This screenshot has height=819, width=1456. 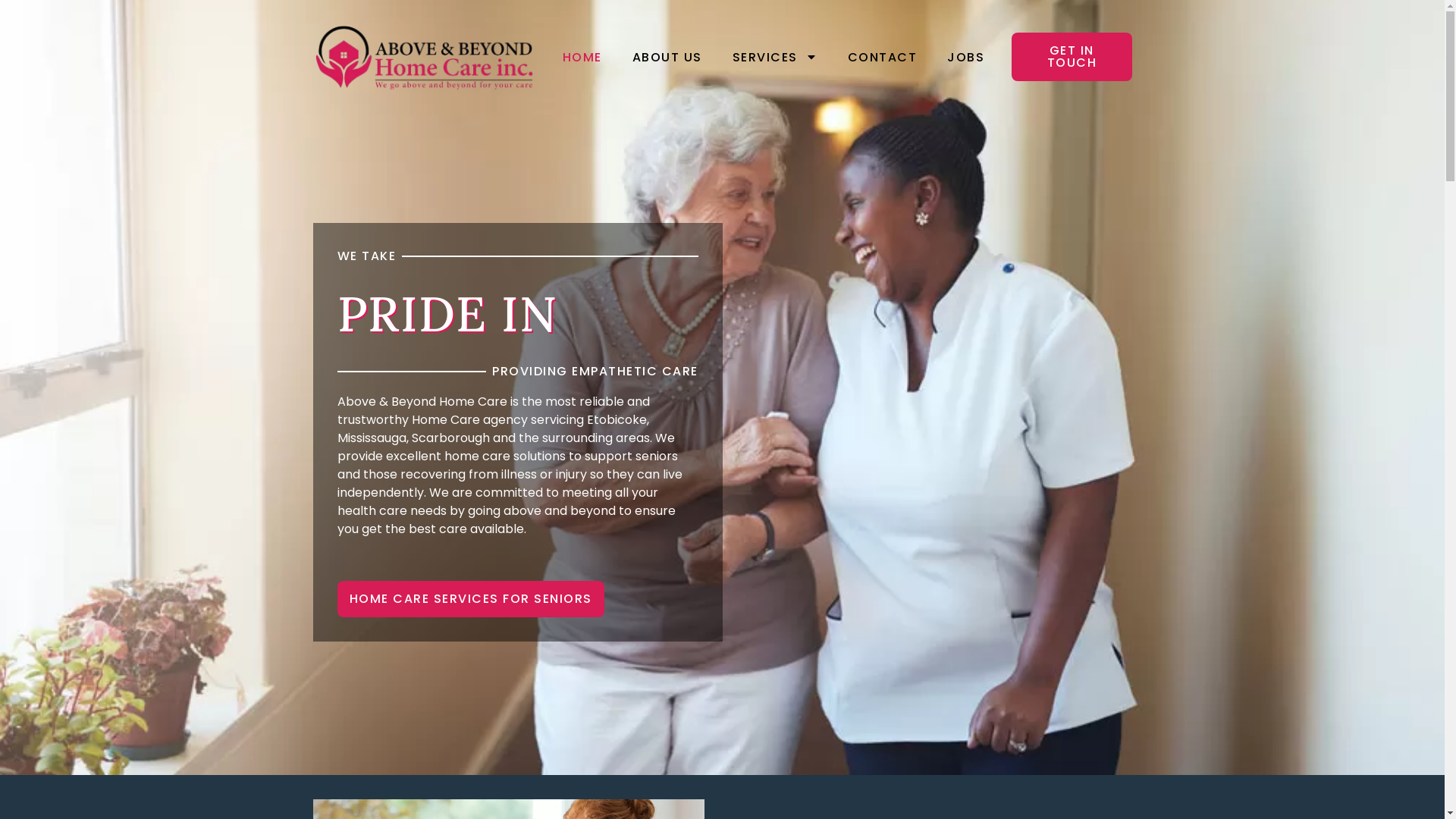 I want to click on 'HOME', so click(x=582, y=56).